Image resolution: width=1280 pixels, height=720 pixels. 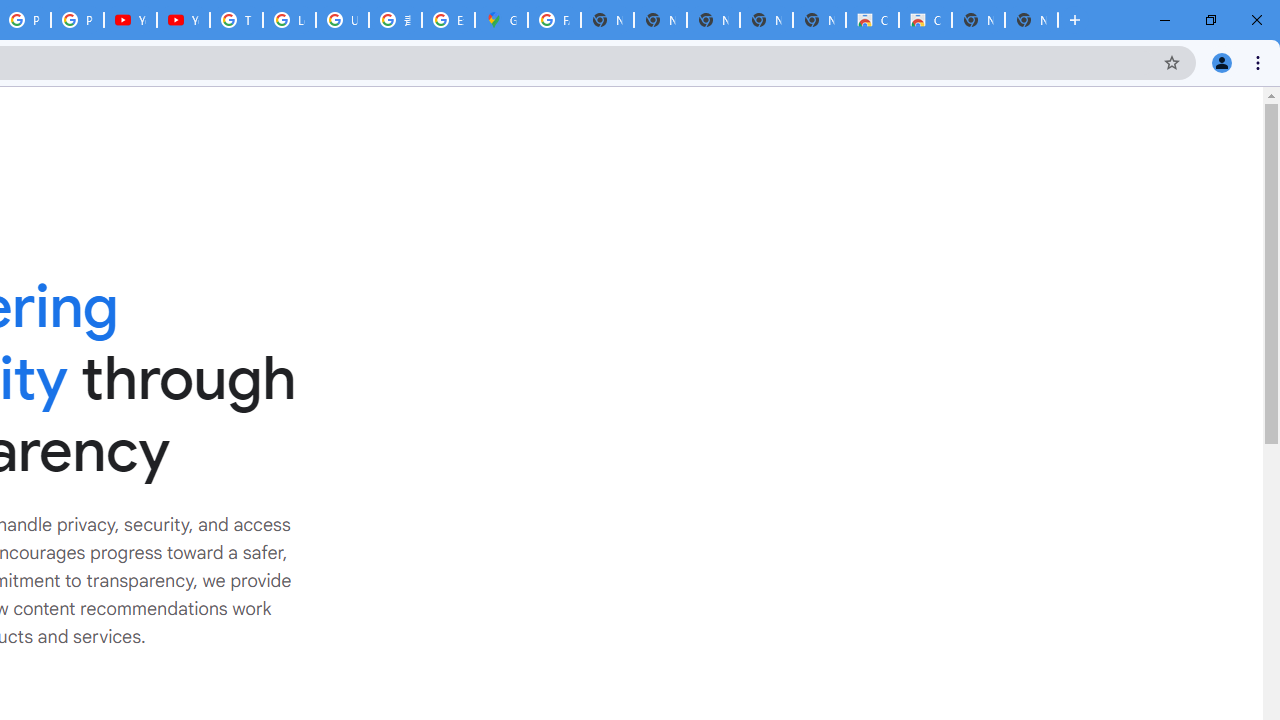 What do you see at coordinates (1031, 20) in the screenshot?
I see `'New Tab'` at bounding box center [1031, 20].